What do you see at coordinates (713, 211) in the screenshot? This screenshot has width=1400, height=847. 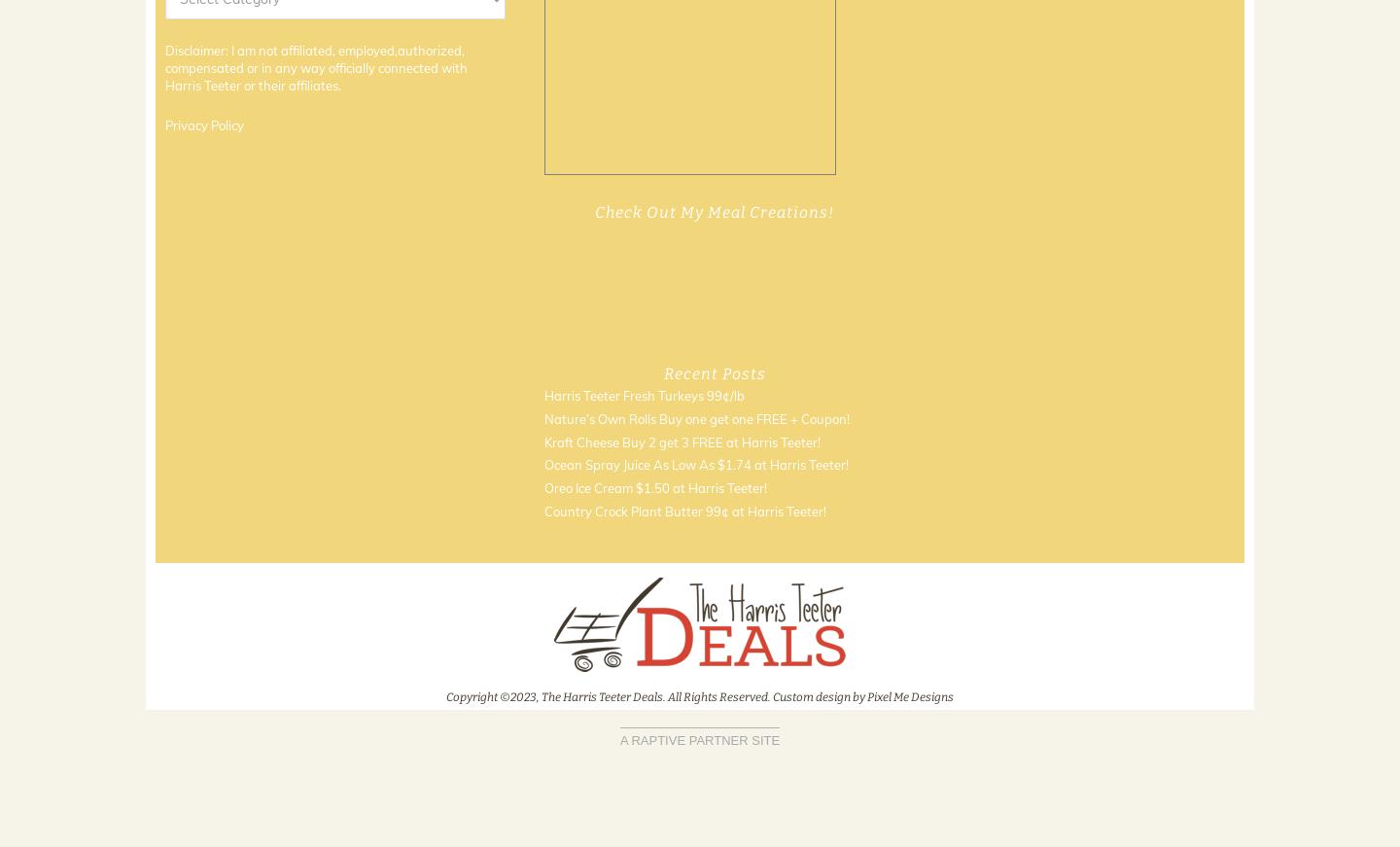 I see `'Check Out My Meal Creations!'` at bounding box center [713, 211].